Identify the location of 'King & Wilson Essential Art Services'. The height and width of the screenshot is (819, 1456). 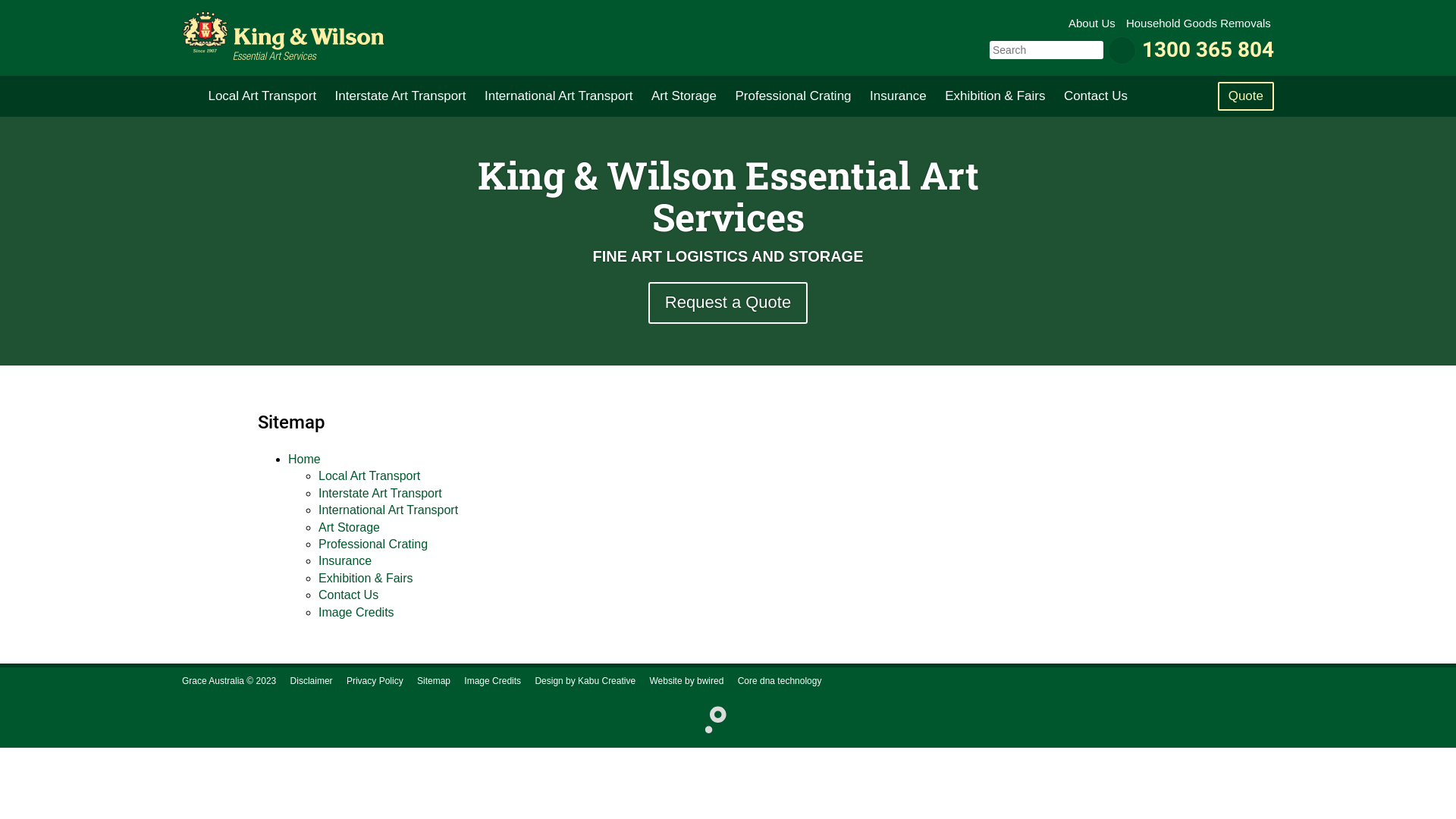
(283, 34).